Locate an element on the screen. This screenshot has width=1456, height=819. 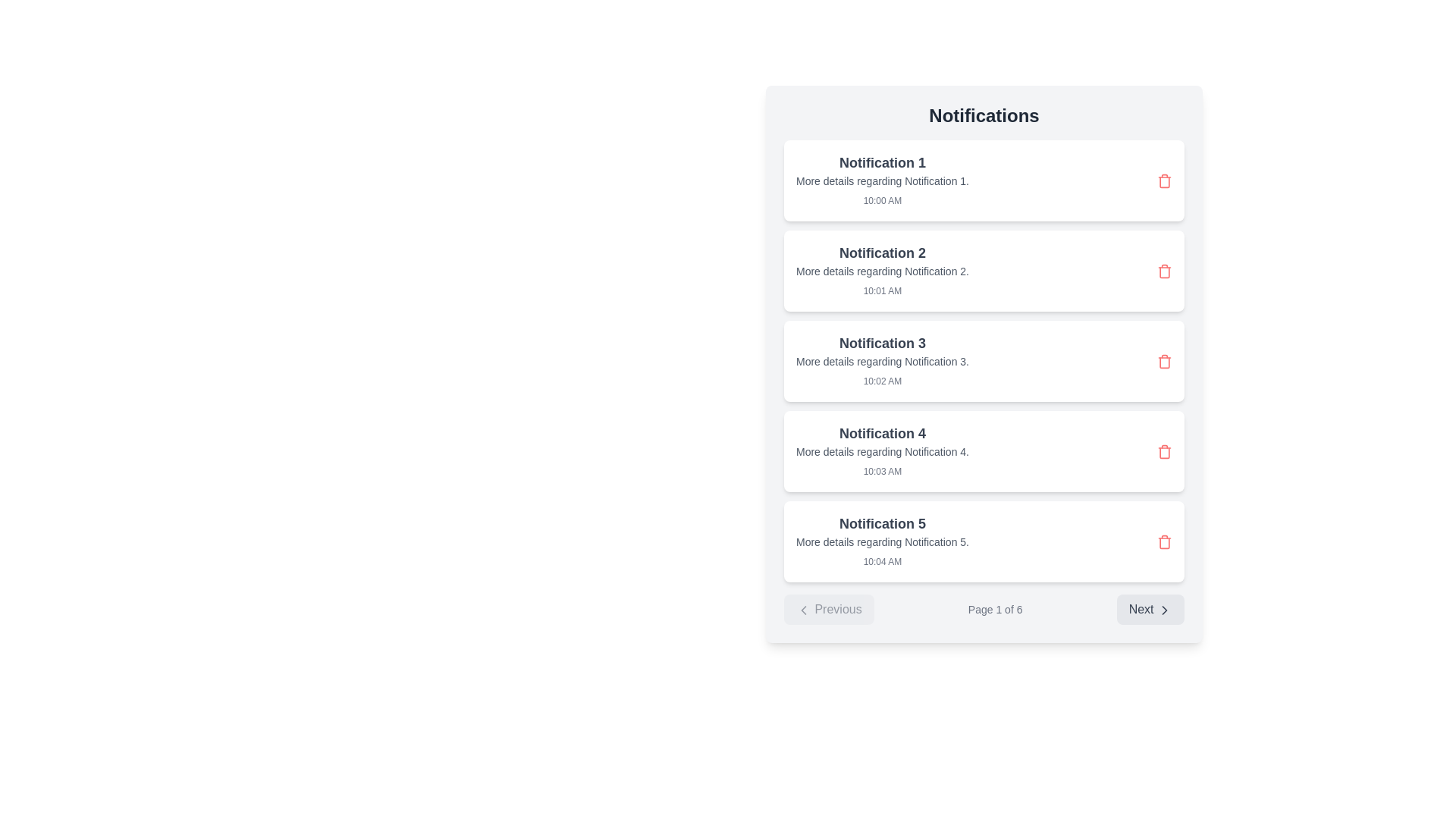
the Delete button (trash icon) located at the far-right end of the first notification card under the 'Notifications' heading is located at coordinates (1164, 180).